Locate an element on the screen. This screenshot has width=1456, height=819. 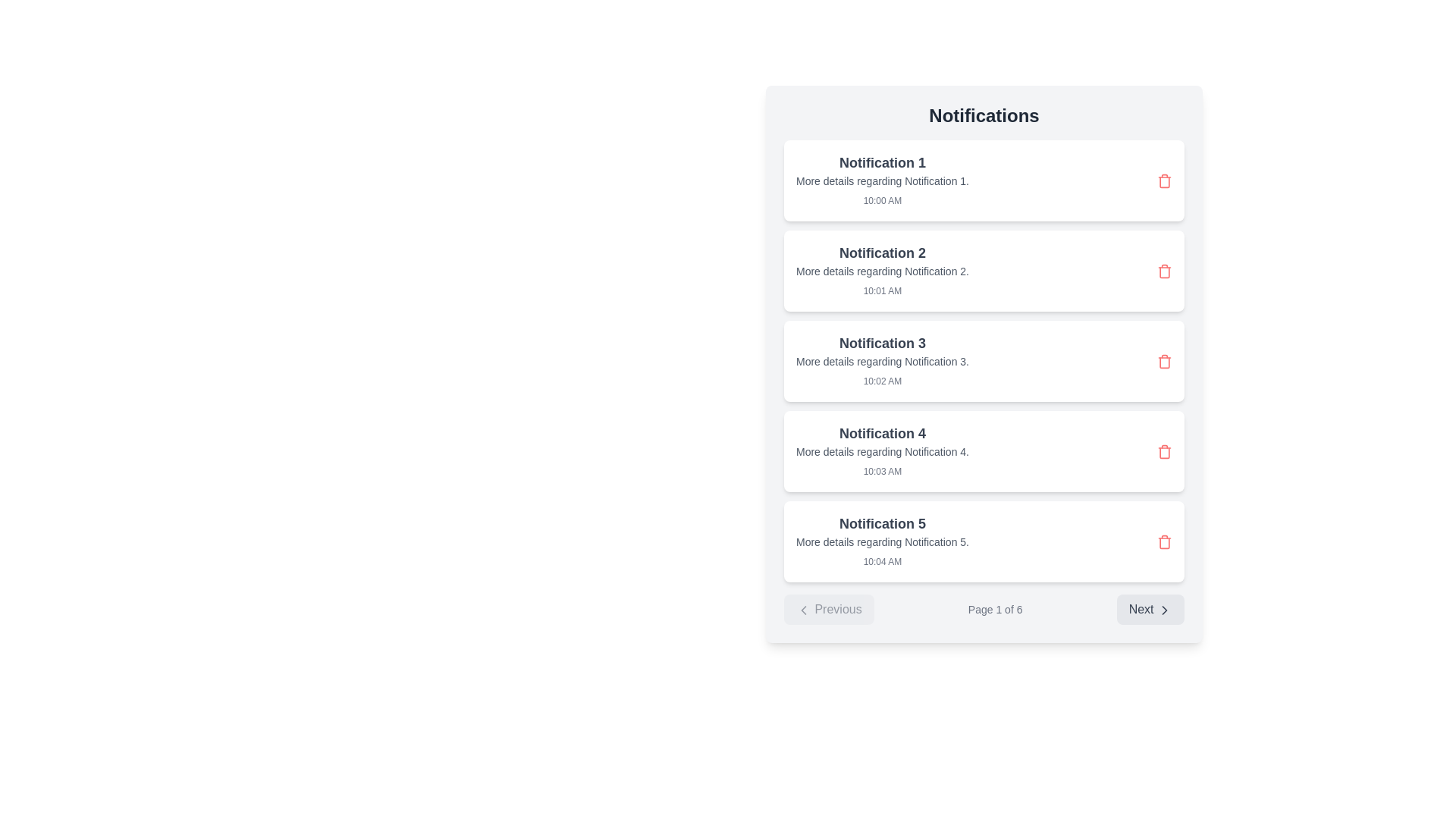
the Delete button (trash icon) located at the far-right end of the first notification card under the 'Notifications' heading is located at coordinates (1164, 180).